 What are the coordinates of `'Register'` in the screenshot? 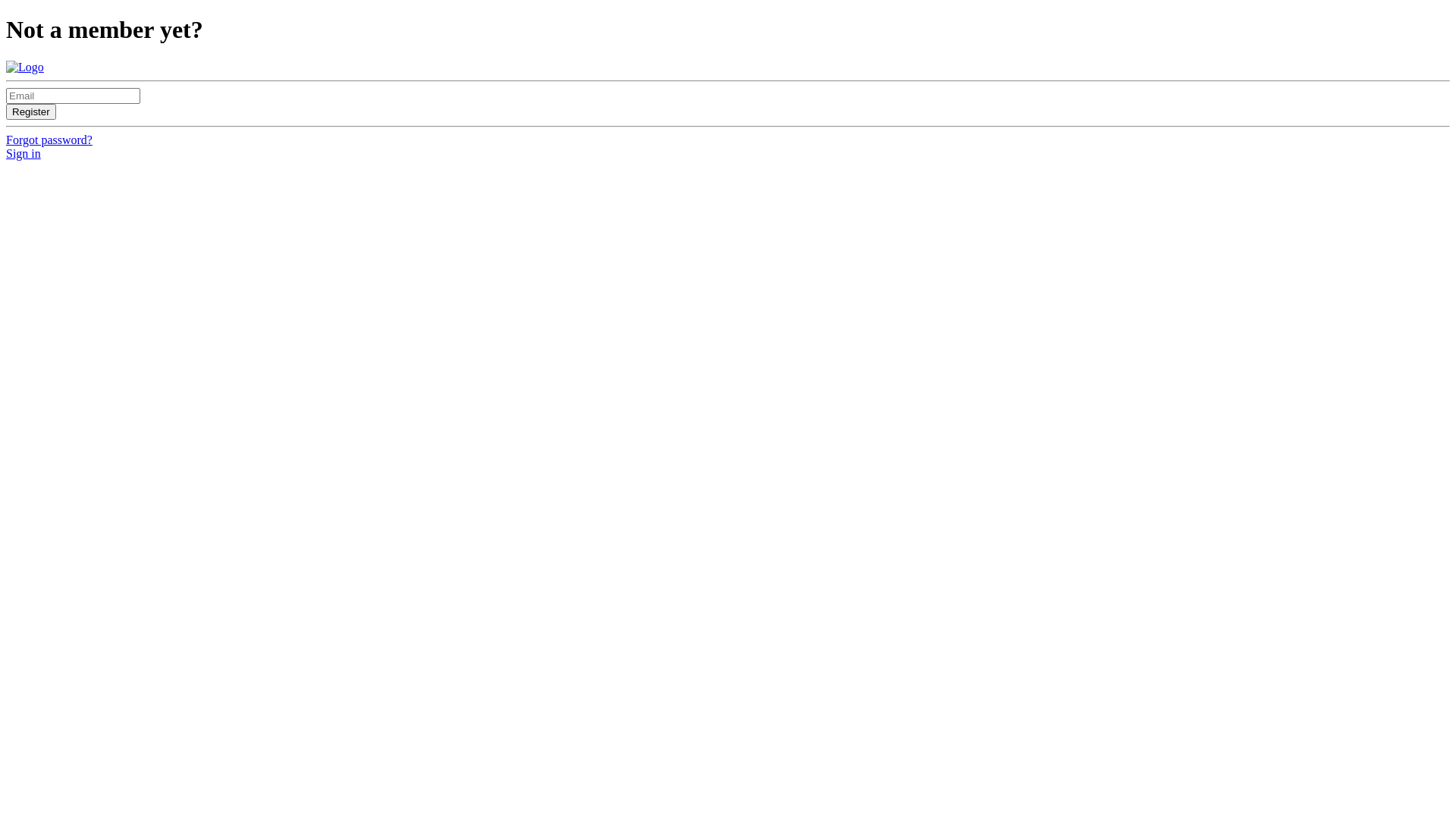 It's located at (31, 111).